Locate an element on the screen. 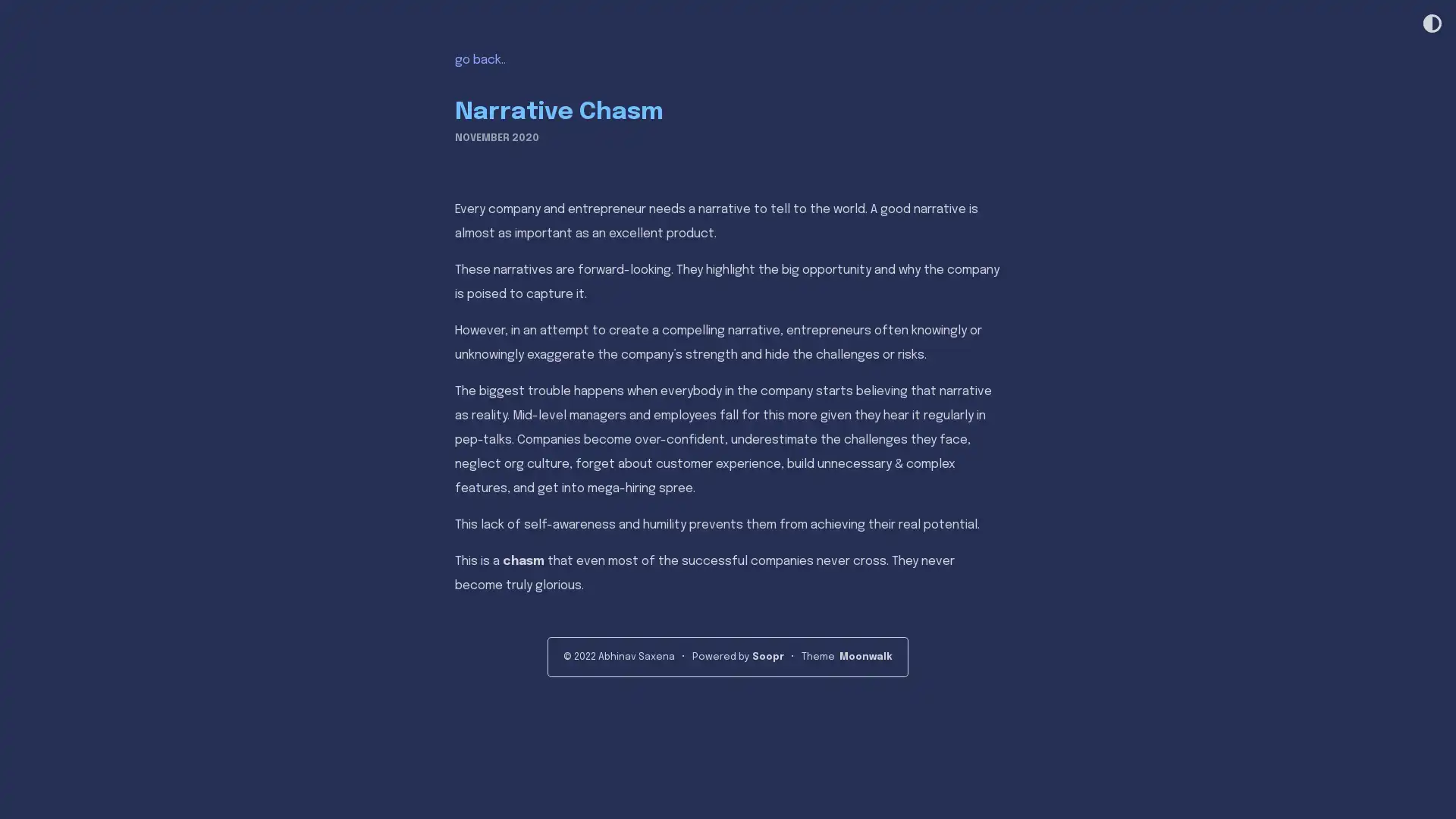 The image size is (1456, 819). Toggle Theme is located at coordinates (1430, 24).